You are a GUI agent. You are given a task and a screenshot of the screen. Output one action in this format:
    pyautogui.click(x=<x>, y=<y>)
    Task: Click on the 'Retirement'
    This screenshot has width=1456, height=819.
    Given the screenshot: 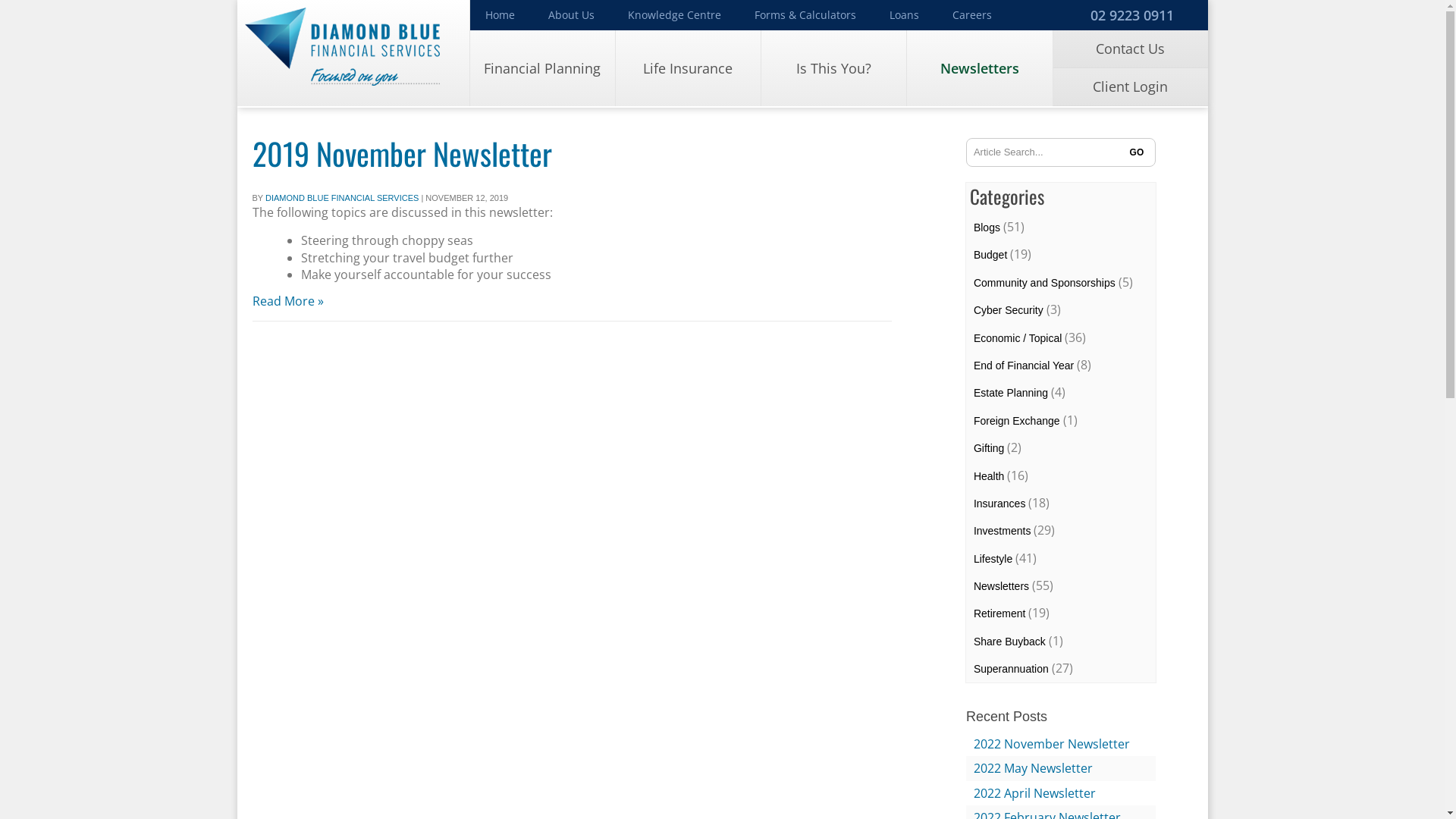 What is the action you would take?
    pyautogui.click(x=999, y=613)
    